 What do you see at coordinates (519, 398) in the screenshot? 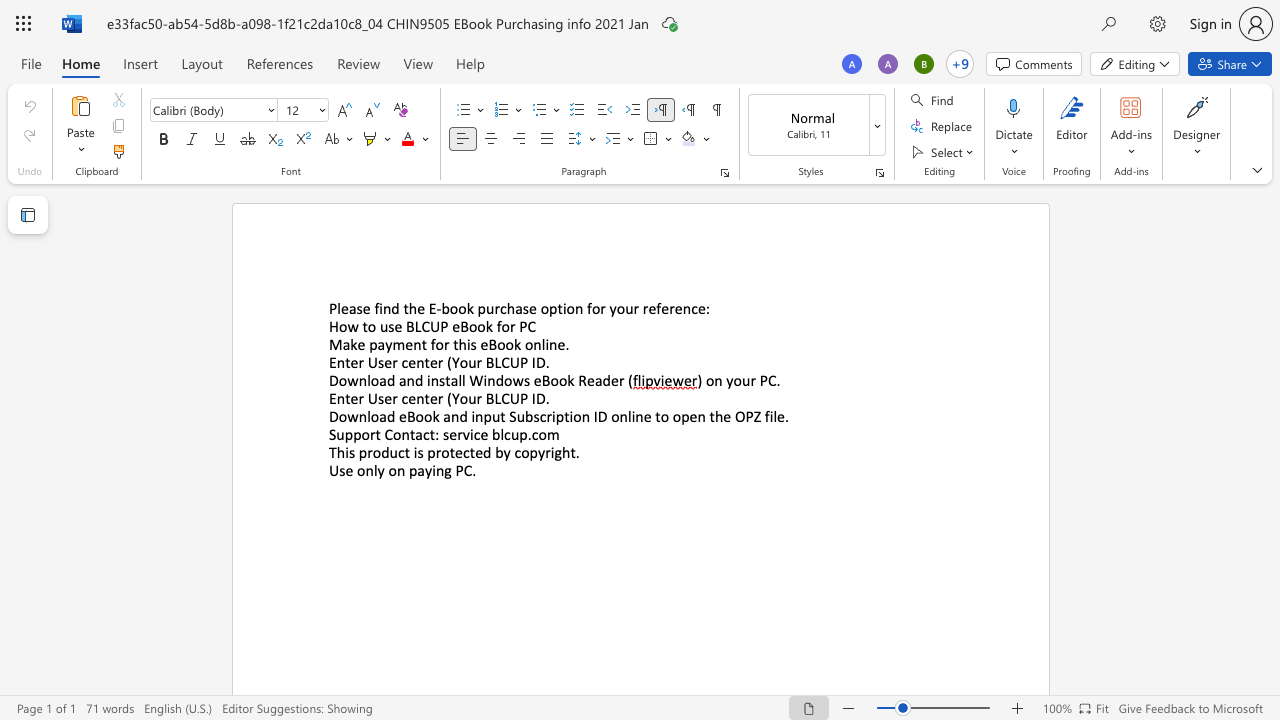
I see `the space between the continuous character "U" and "P" in the text` at bounding box center [519, 398].